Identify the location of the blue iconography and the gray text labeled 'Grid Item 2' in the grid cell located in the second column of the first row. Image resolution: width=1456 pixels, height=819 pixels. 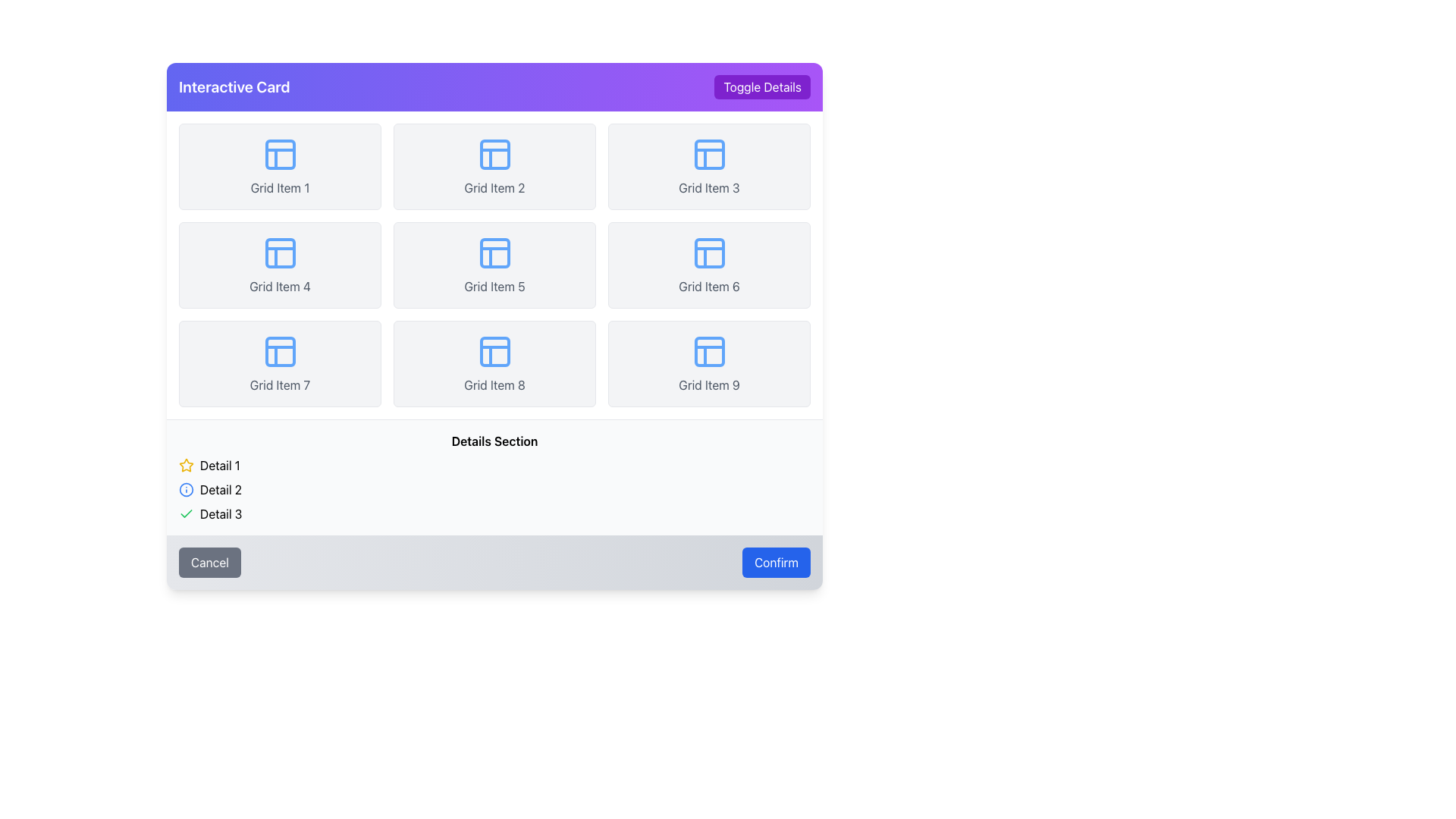
(494, 166).